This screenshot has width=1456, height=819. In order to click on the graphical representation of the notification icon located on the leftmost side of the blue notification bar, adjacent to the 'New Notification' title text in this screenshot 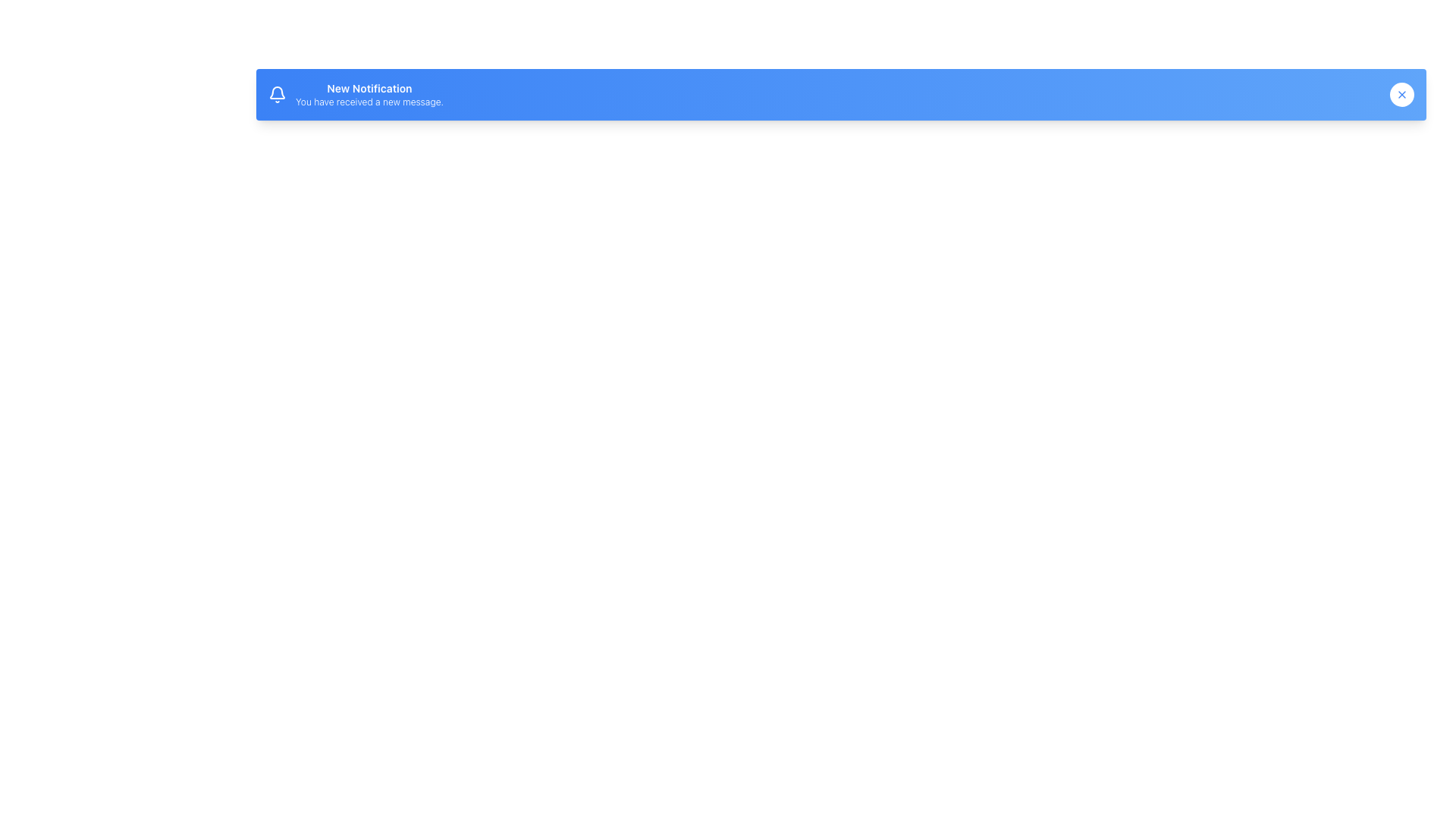, I will do `click(277, 94)`.